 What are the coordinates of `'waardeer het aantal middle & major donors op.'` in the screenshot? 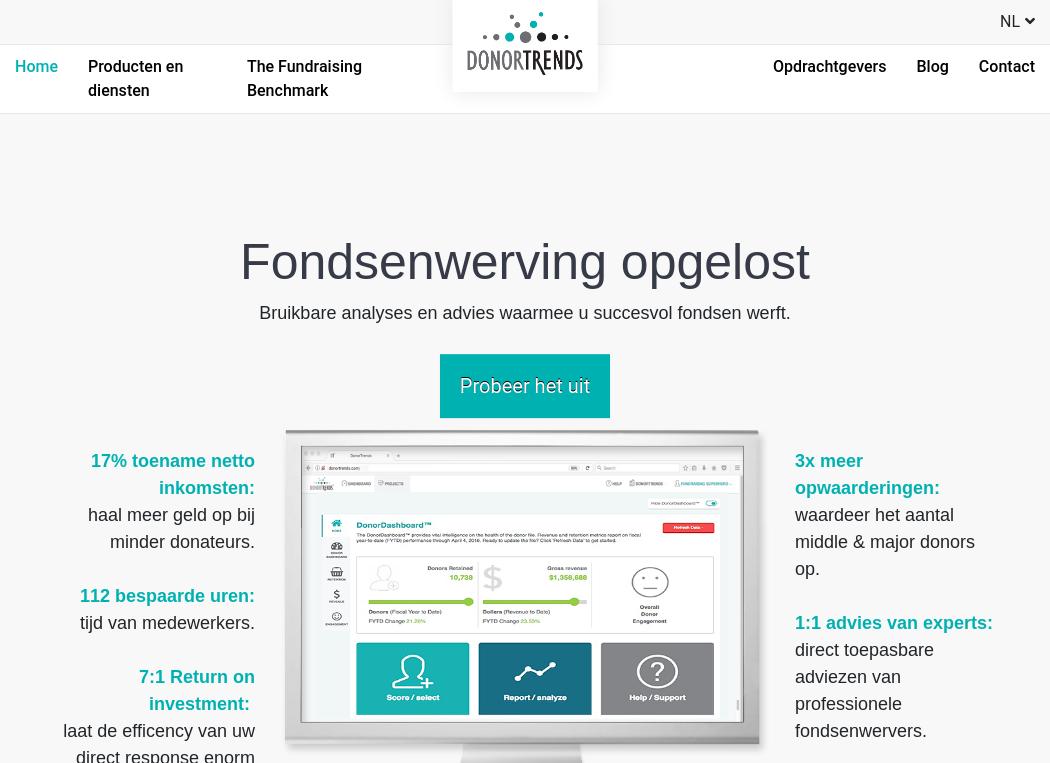 It's located at (884, 542).